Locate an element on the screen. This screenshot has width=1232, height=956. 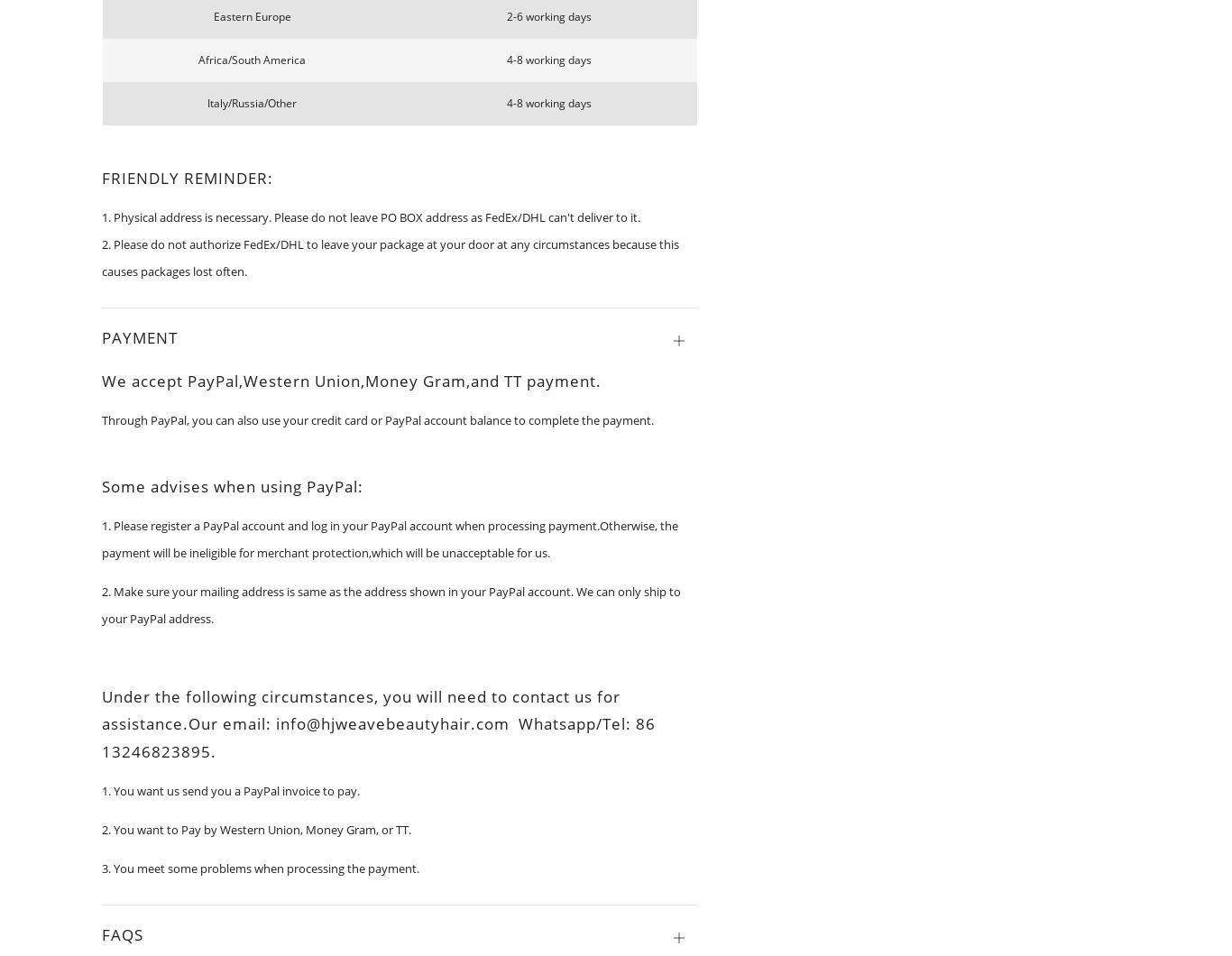
'Some advises when using PayPal:' is located at coordinates (101, 486).